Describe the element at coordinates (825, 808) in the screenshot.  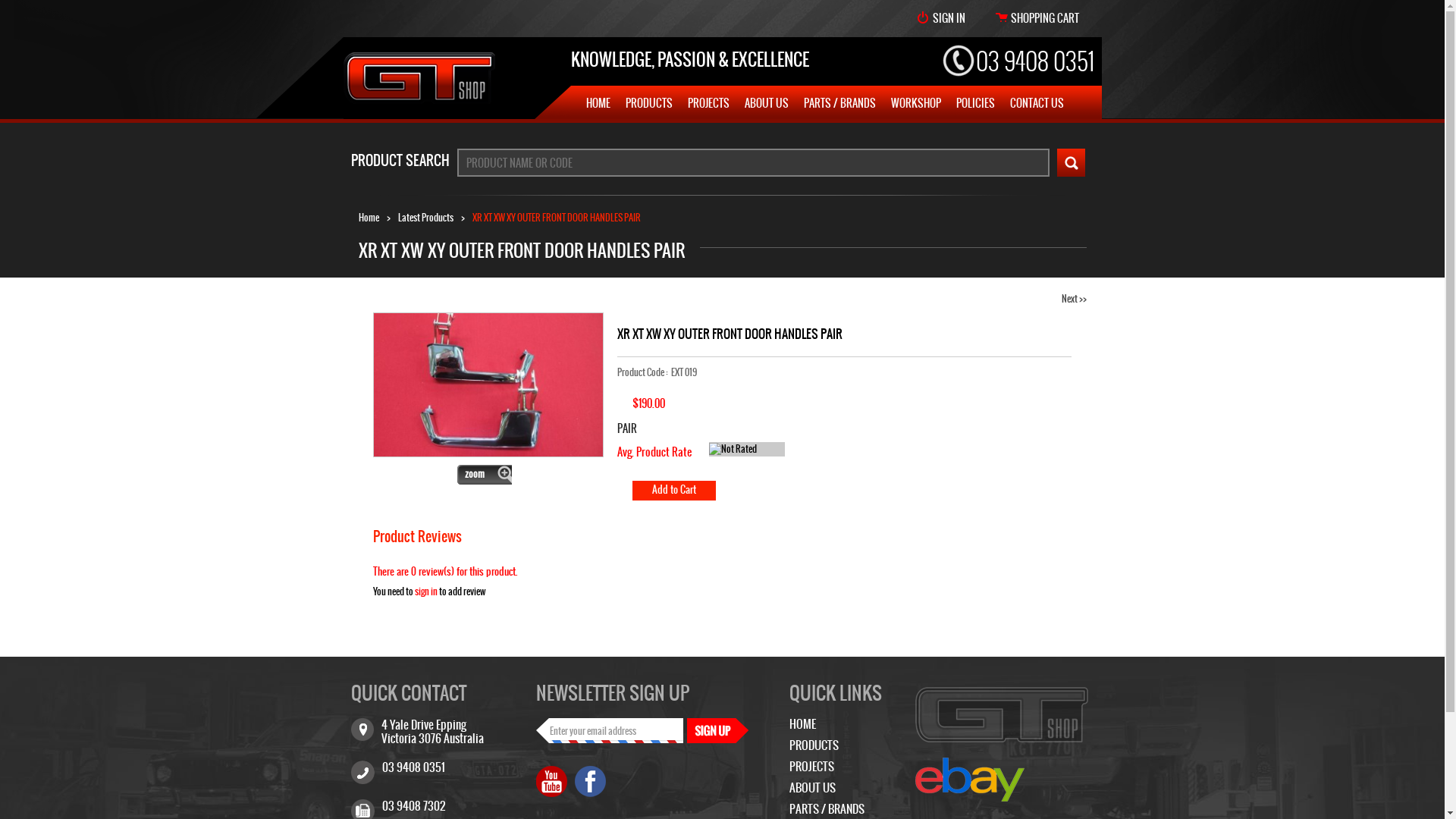
I see `'PARTS / BRANDS'` at that location.